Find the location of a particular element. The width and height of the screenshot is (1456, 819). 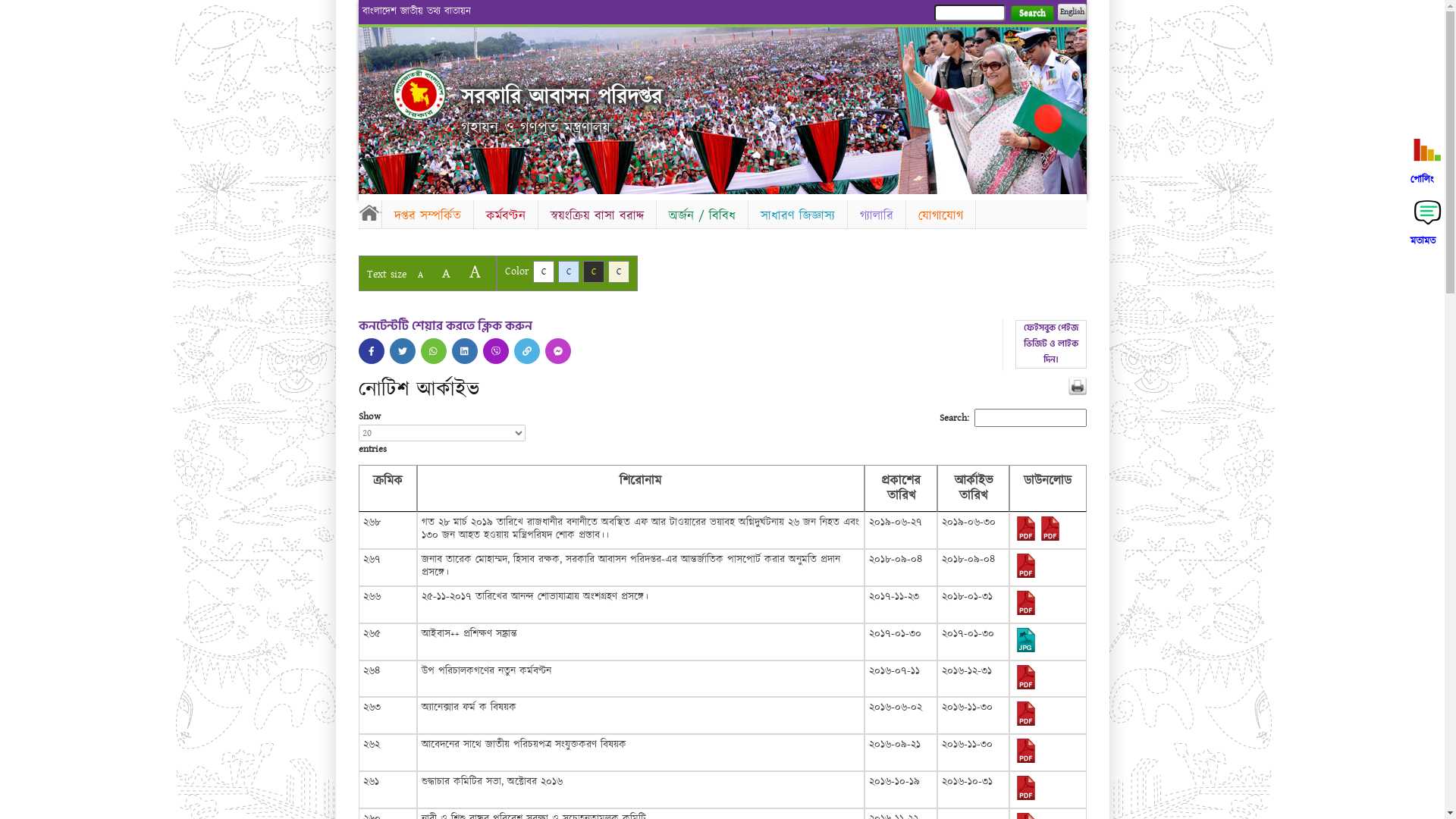

'Search' is located at coordinates (1031, 13).